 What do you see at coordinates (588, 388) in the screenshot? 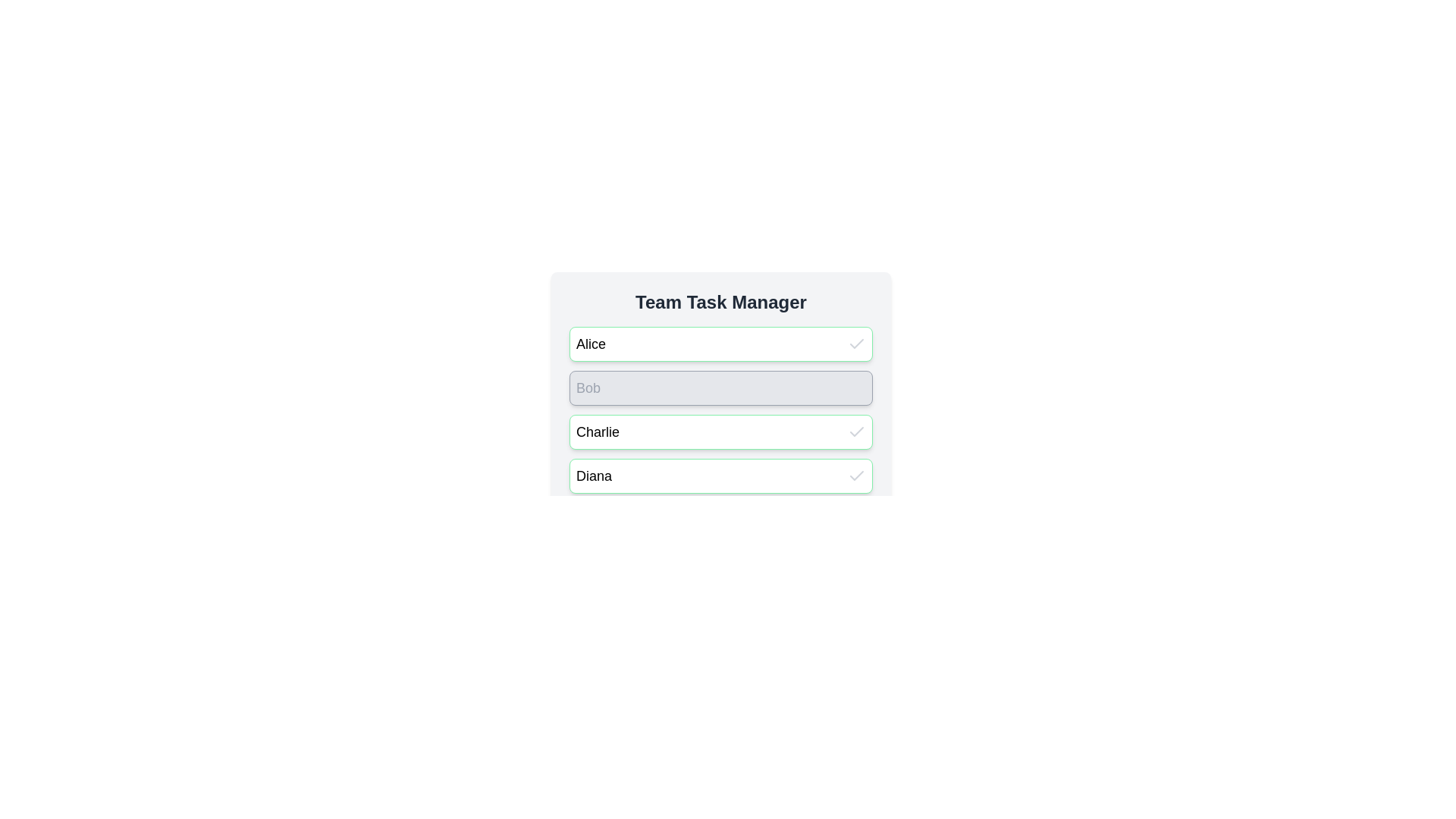
I see `the Text Label identifying 'Bob', which is positioned in the second row of the vertically stacked list, located between the items labeled 'Alice' and 'Charlie'` at bounding box center [588, 388].